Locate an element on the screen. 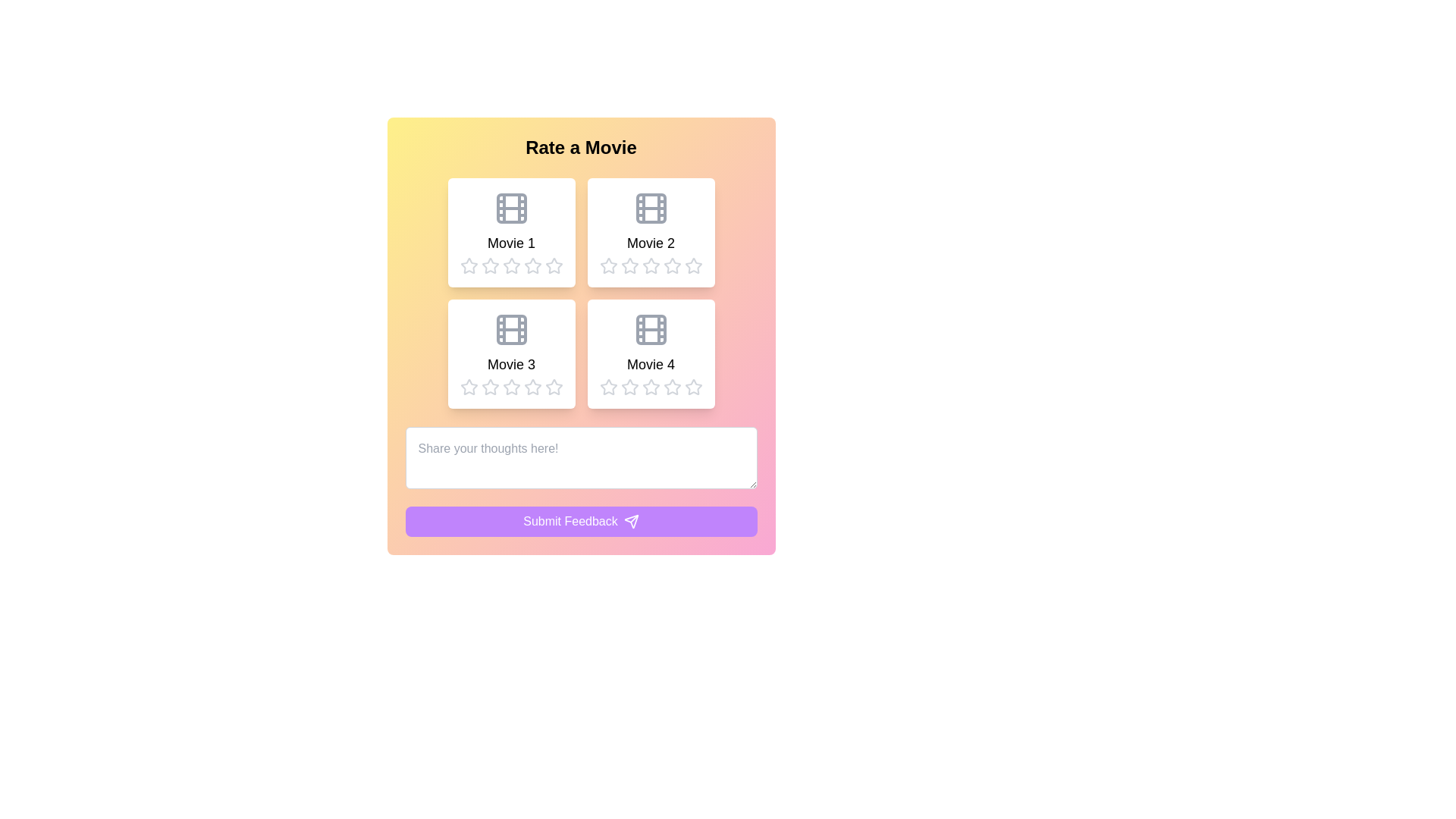  on the third star icon in the row of five rating stars located beneath the 'Movie 4' card is located at coordinates (651, 386).